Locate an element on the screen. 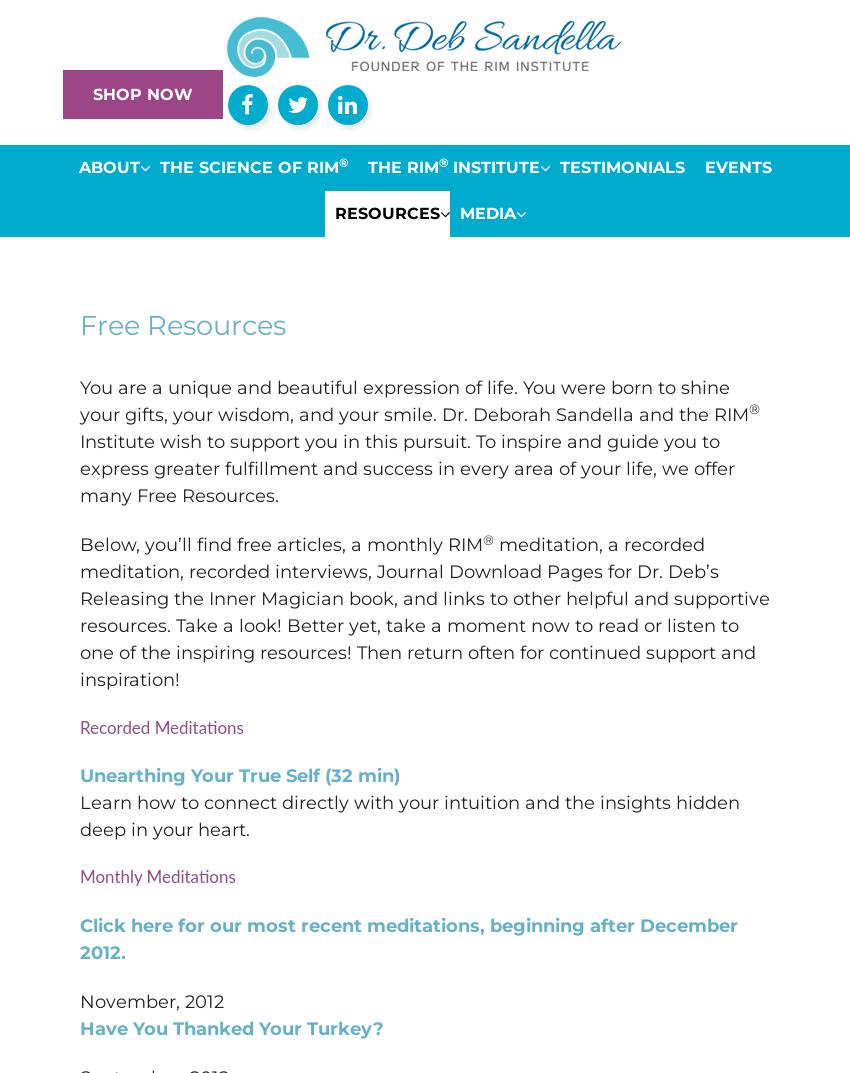  'Unearthing Your True Self (32 min)' is located at coordinates (240, 774).